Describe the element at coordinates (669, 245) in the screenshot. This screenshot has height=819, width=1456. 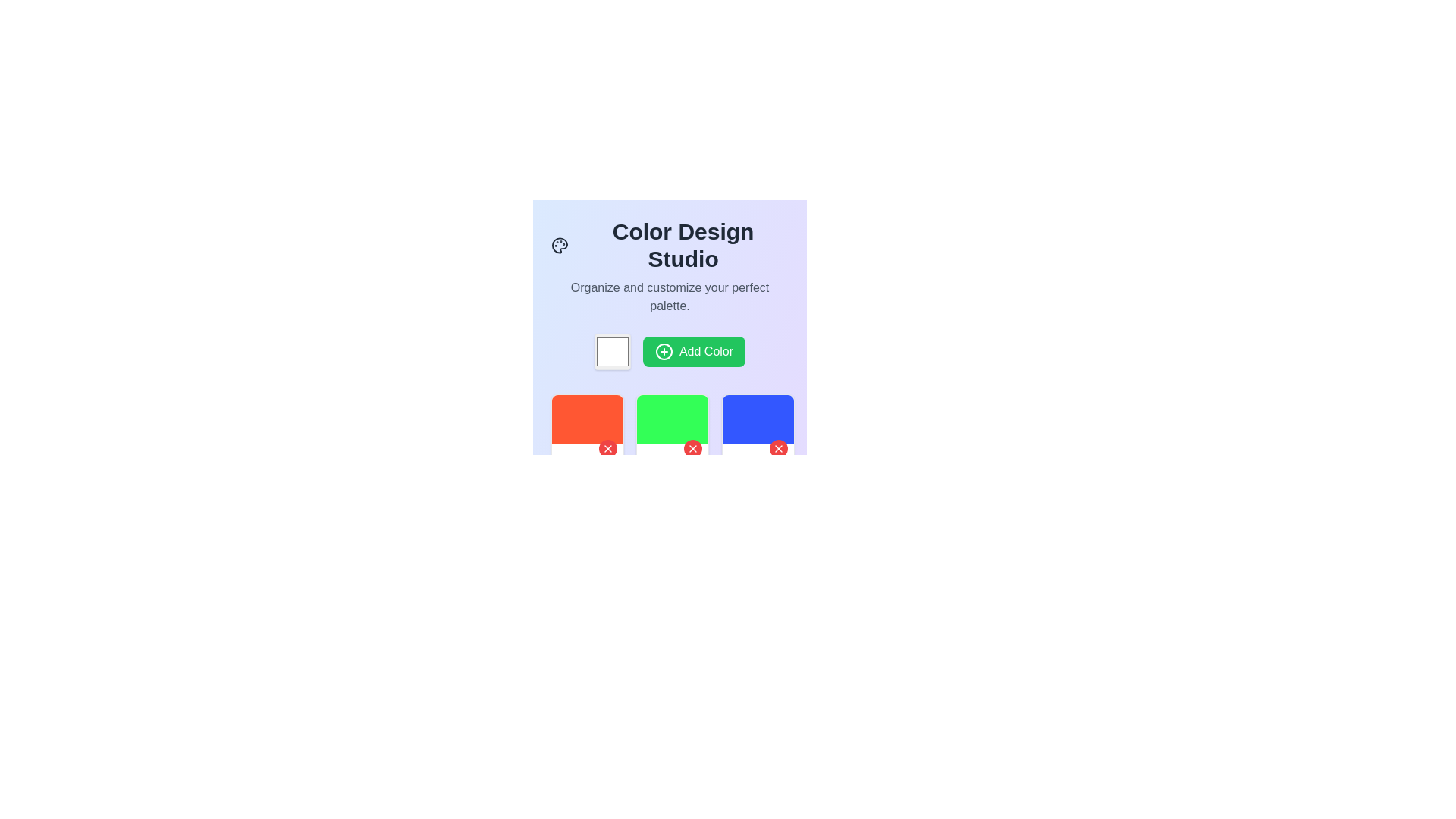
I see `main title text label of the design studio for colors, which is centrally aligned at the top of the section` at that location.